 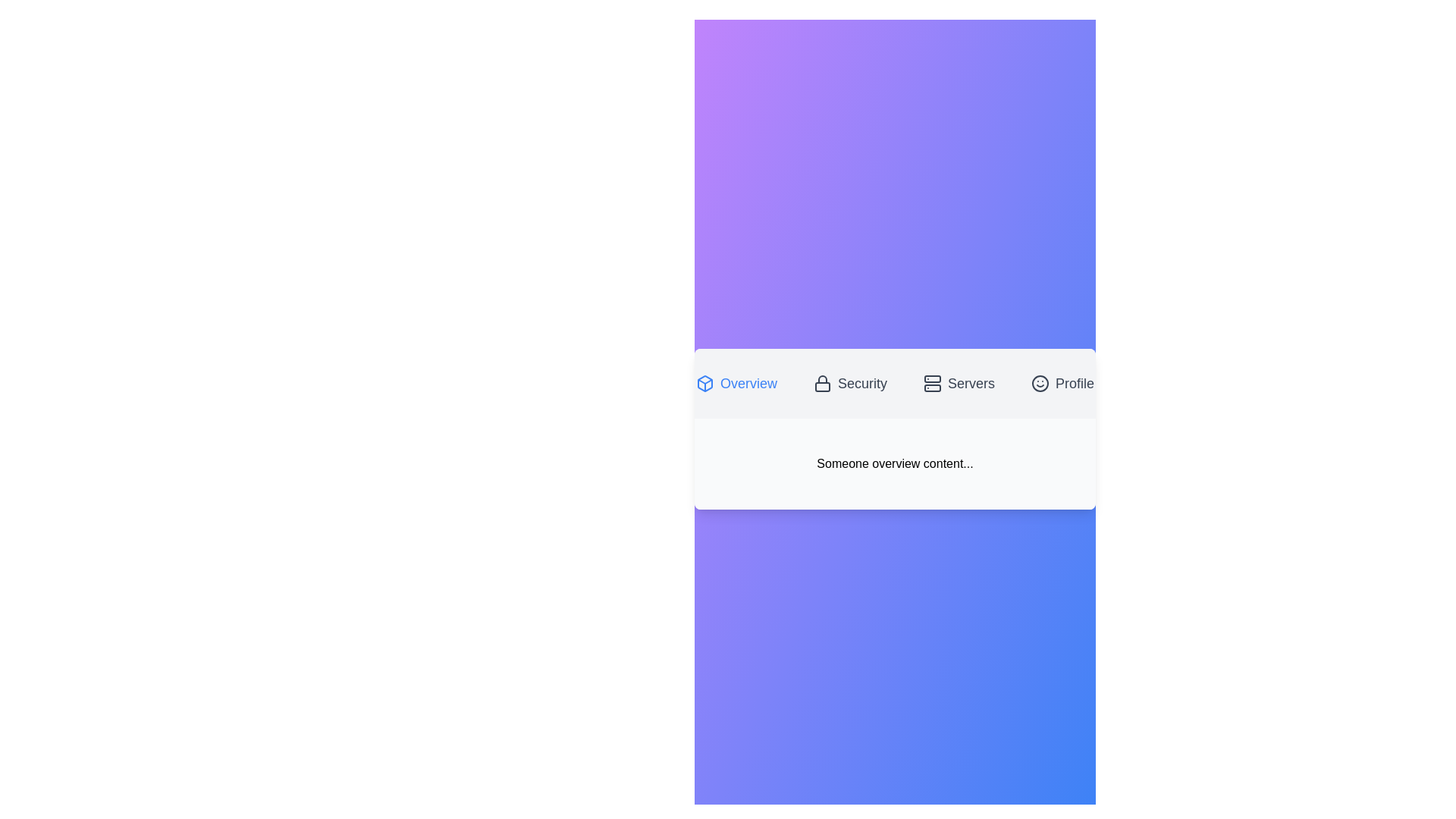 What do you see at coordinates (959, 382) in the screenshot?
I see `the 'Servers' button with an embedded icon and text, which is the third button in the navigation bar` at bounding box center [959, 382].